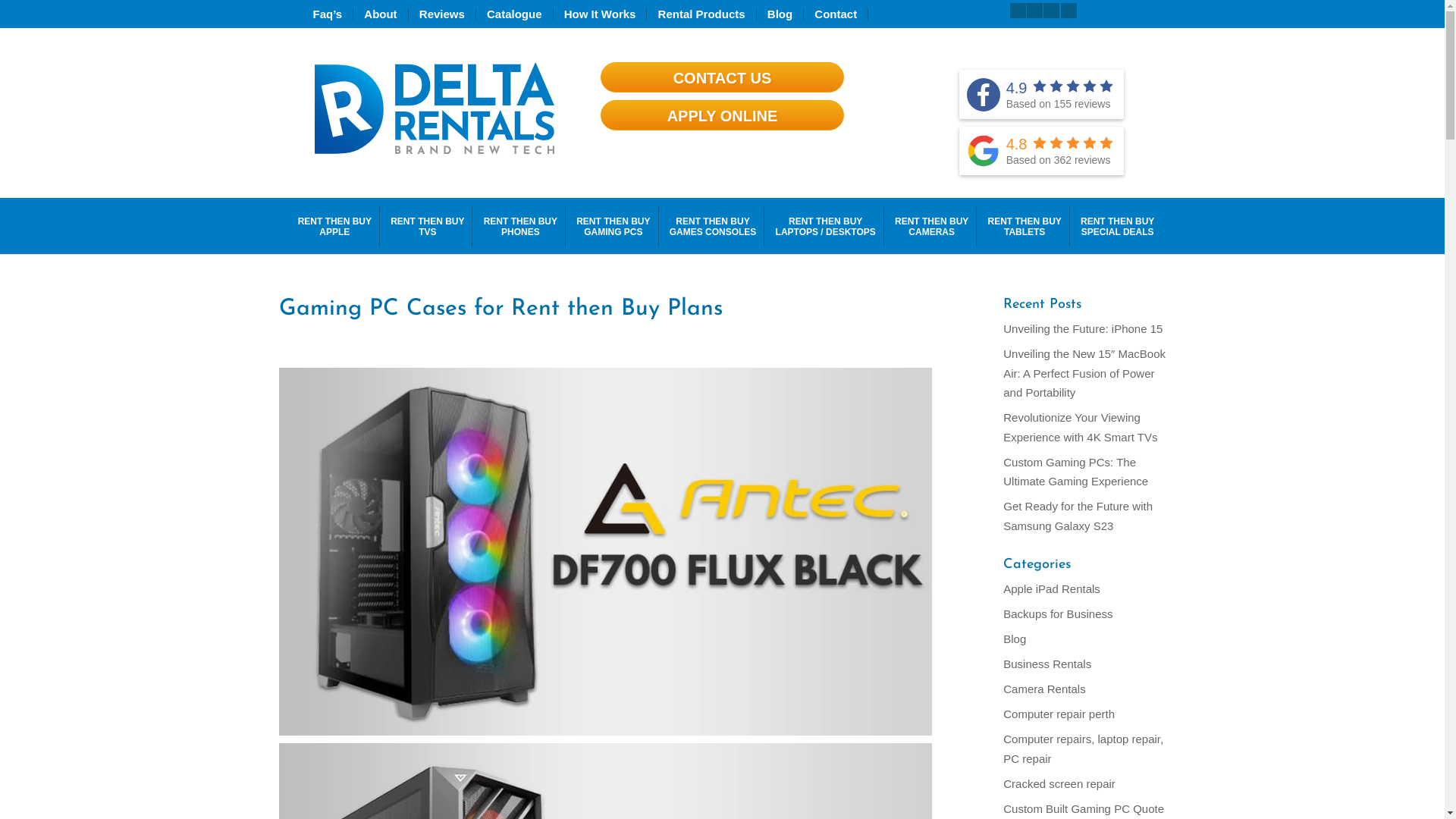 The image size is (1456, 819). Describe the element at coordinates (825, 227) in the screenshot. I see `'RENT THEN BUY` at that location.